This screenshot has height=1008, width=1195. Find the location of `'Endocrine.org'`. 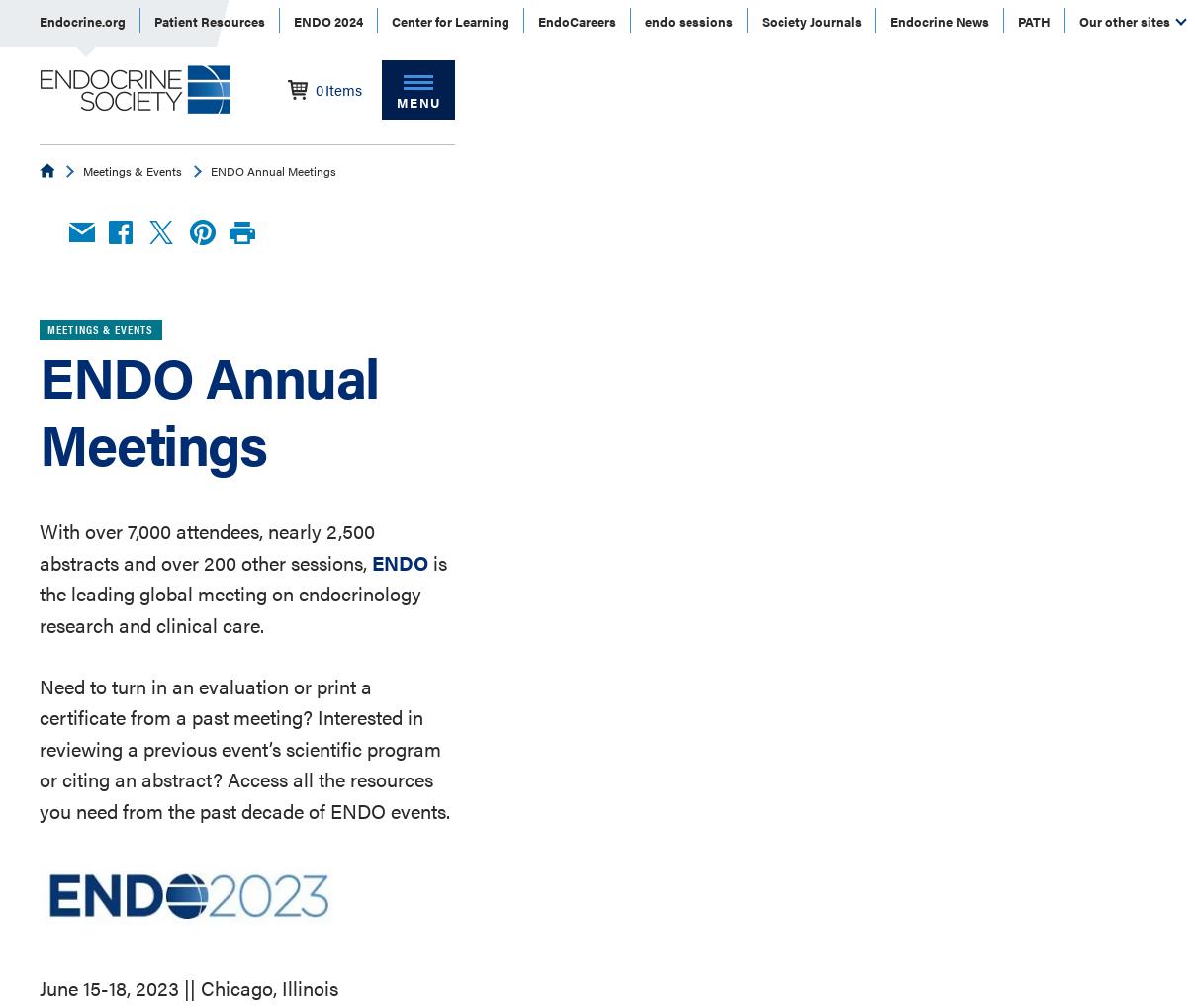

'Endocrine.org' is located at coordinates (81, 20).